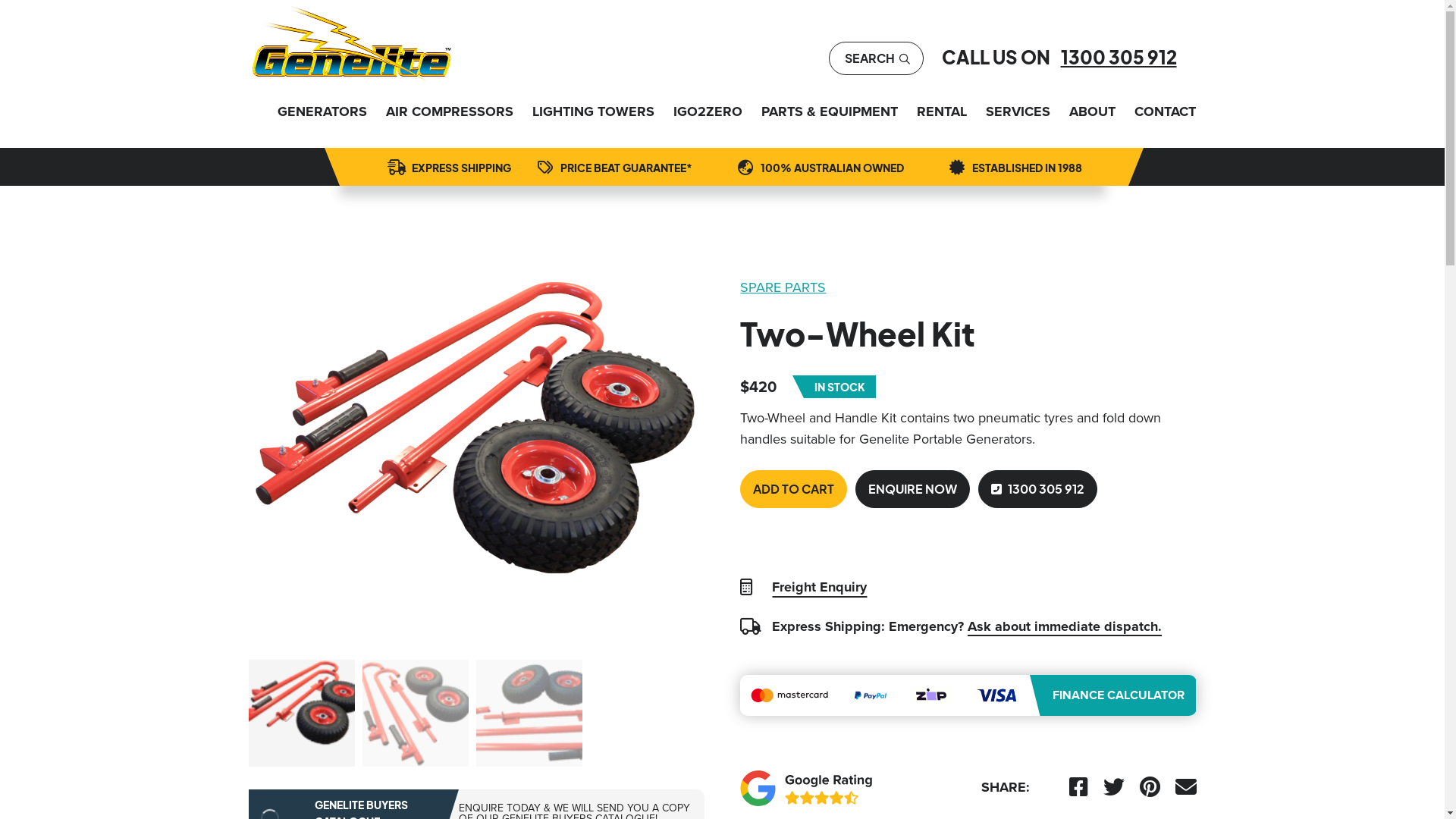  Describe the element at coordinates (915, 110) in the screenshot. I see `'RENTAL'` at that location.